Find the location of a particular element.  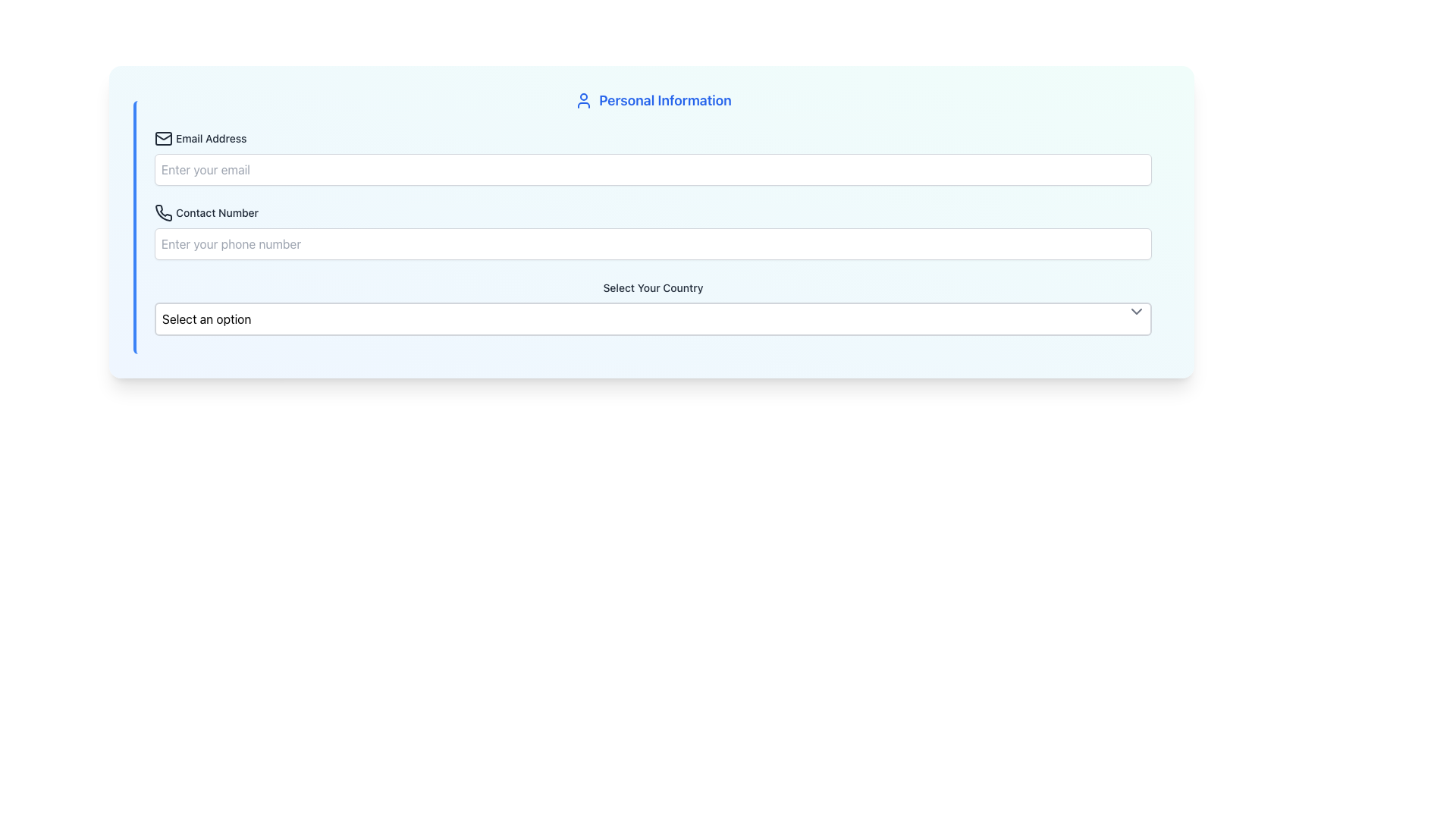

the descriptive text label located above the dropdown menu, indicating its purpose to the user is located at coordinates (653, 287).